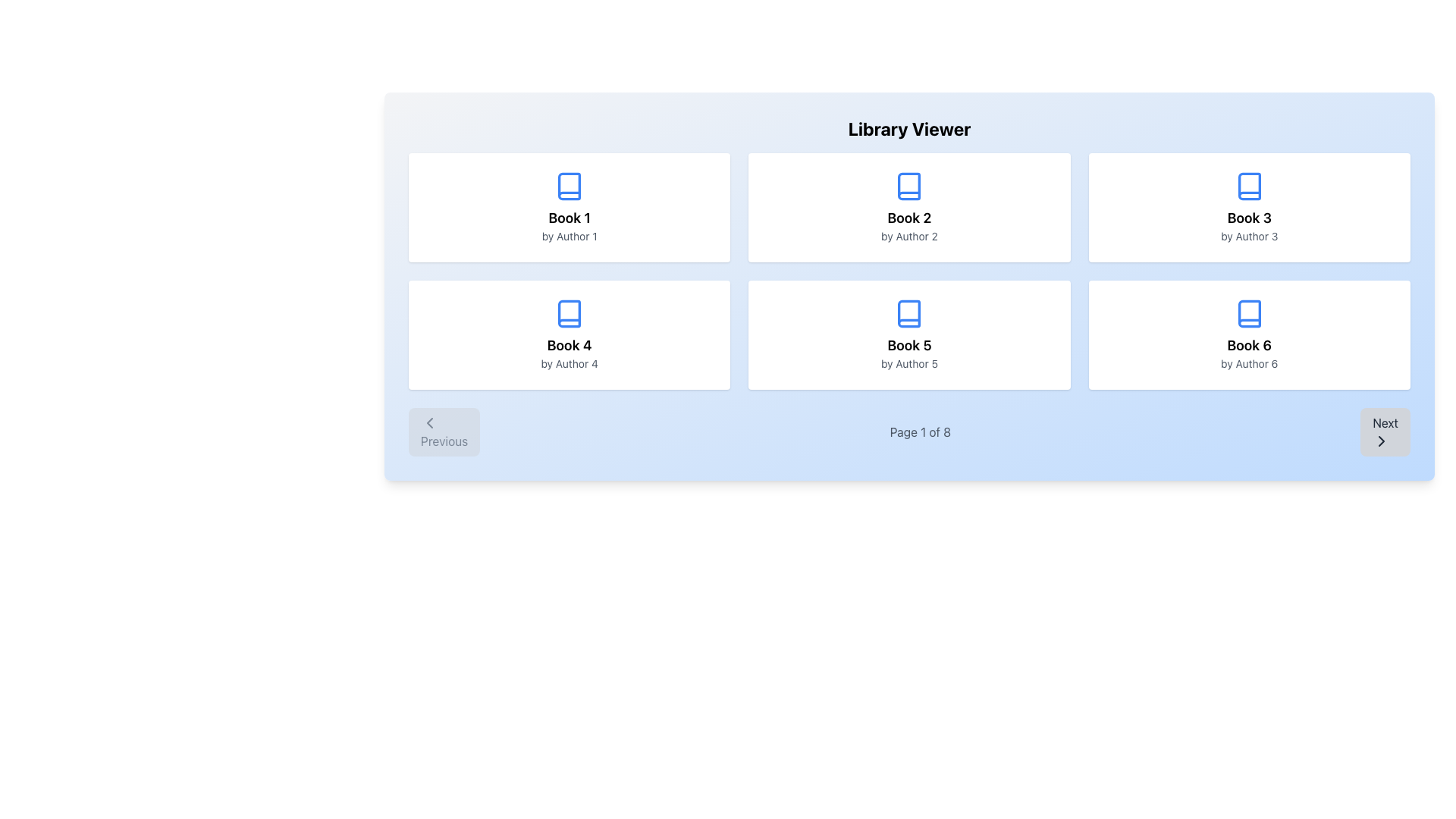 The width and height of the screenshot is (1456, 819). Describe the element at coordinates (1249, 218) in the screenshot. I see `the text label displaying the name of the book 'Book 3', which is located at the top center of the card in the top-right of the grid layout` at that location.